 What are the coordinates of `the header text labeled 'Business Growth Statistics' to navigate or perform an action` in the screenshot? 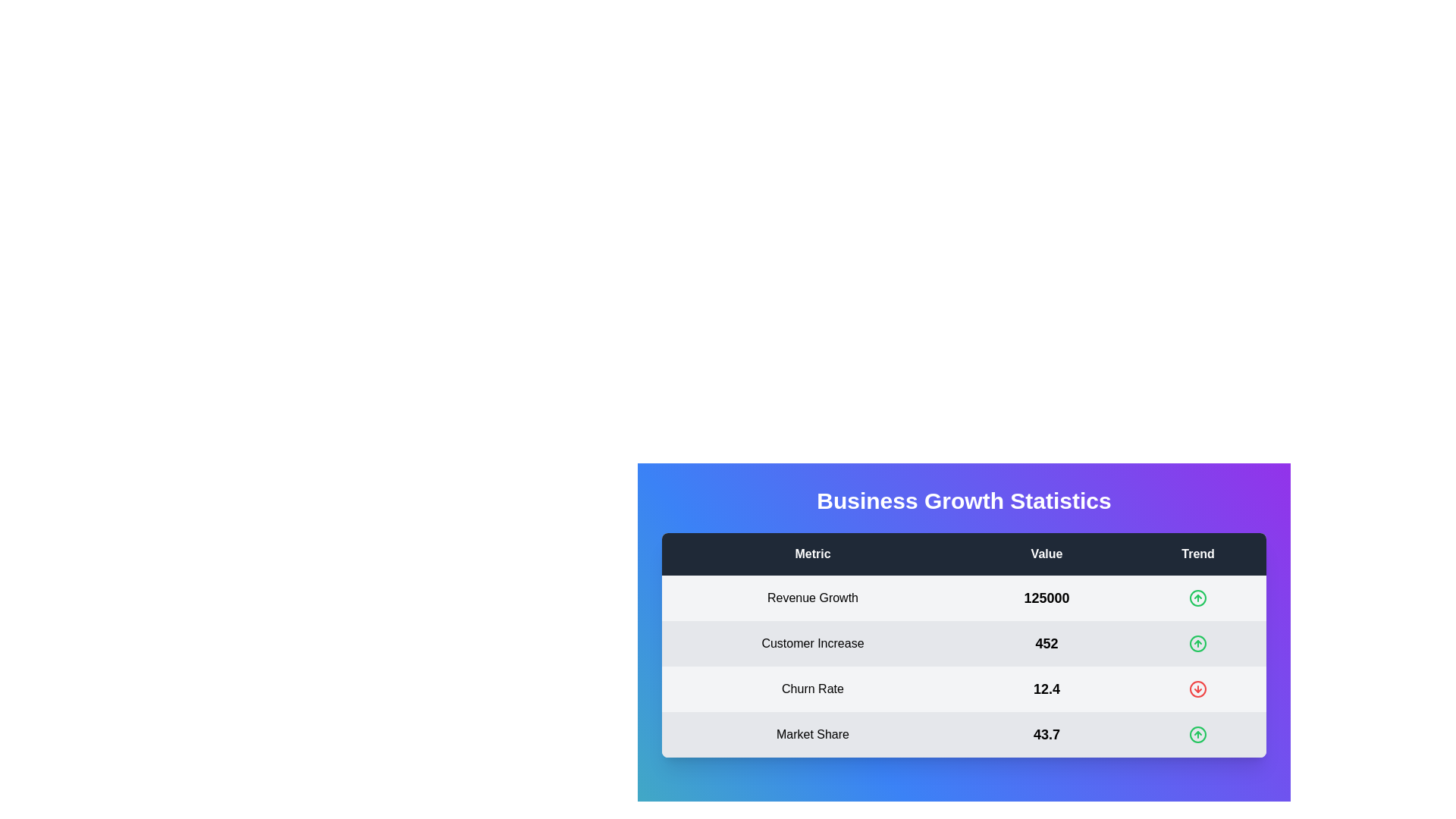 It's located at (963, 510).